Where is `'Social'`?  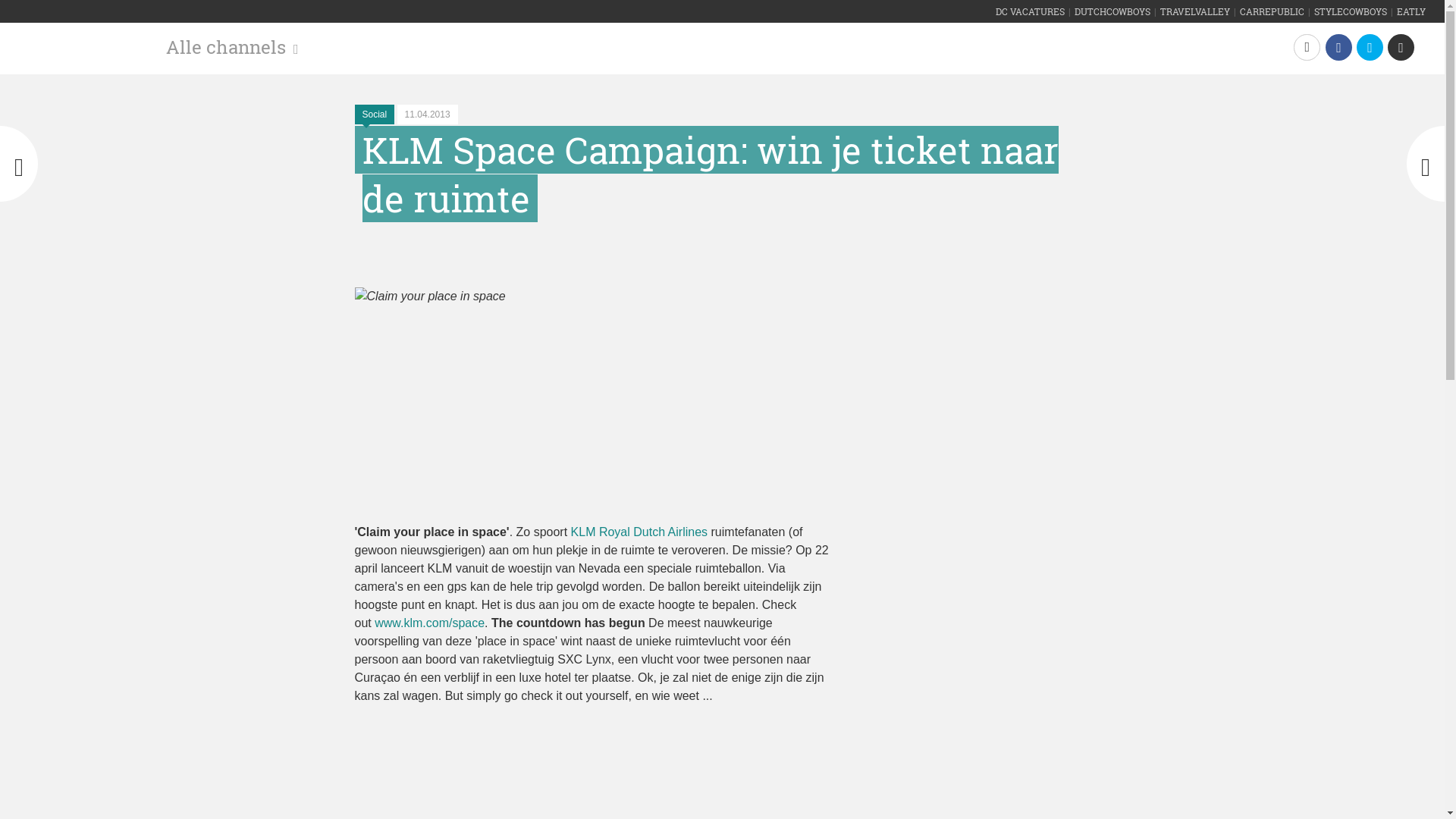 'Social' is located at coordinates (375, 113).